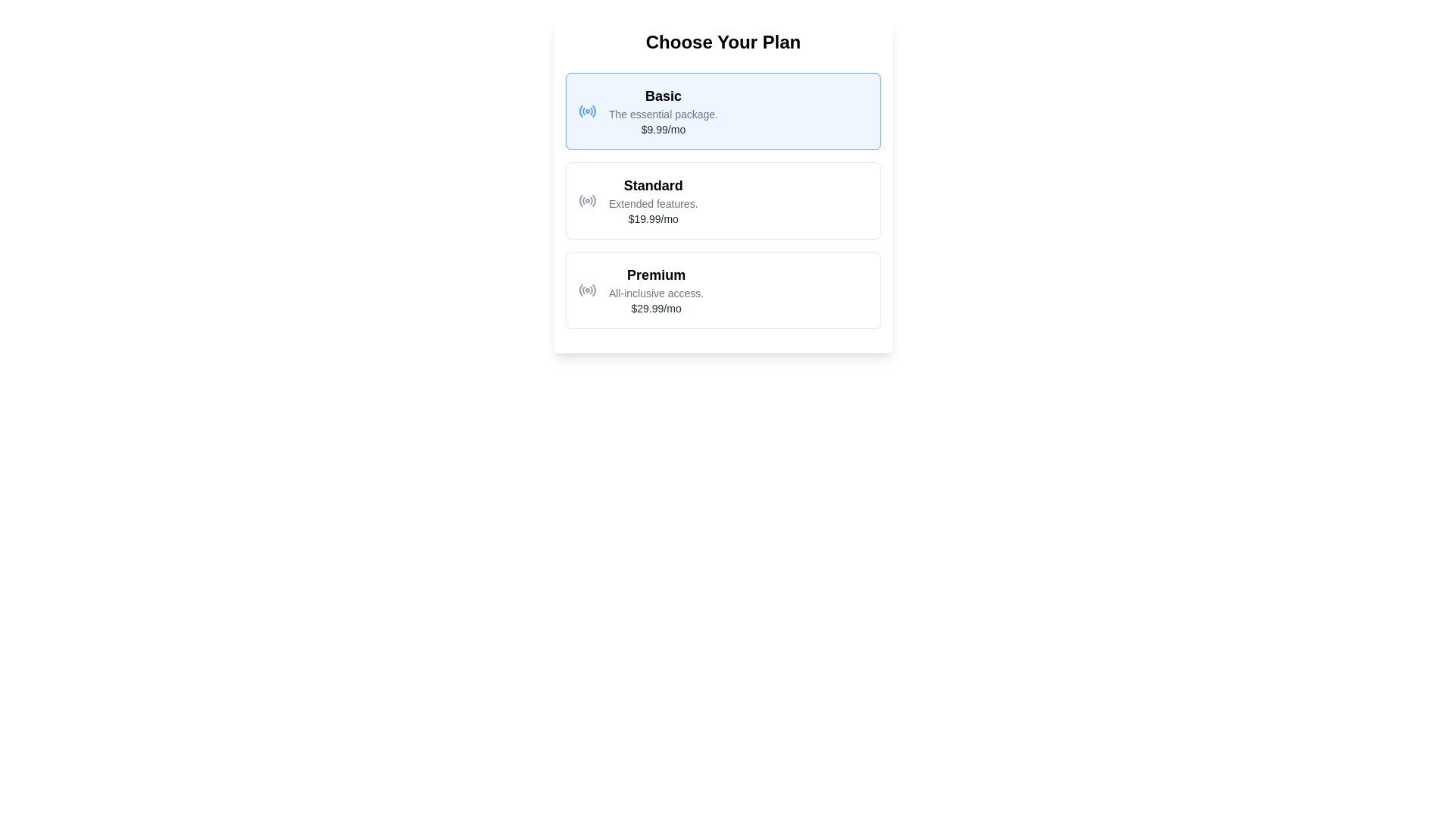 This screenshot has height=819, width=1456. Describe the element at coordinates (723, 290) in the screenshot. I see `the 'Premium' plan selectable option box` at that location.